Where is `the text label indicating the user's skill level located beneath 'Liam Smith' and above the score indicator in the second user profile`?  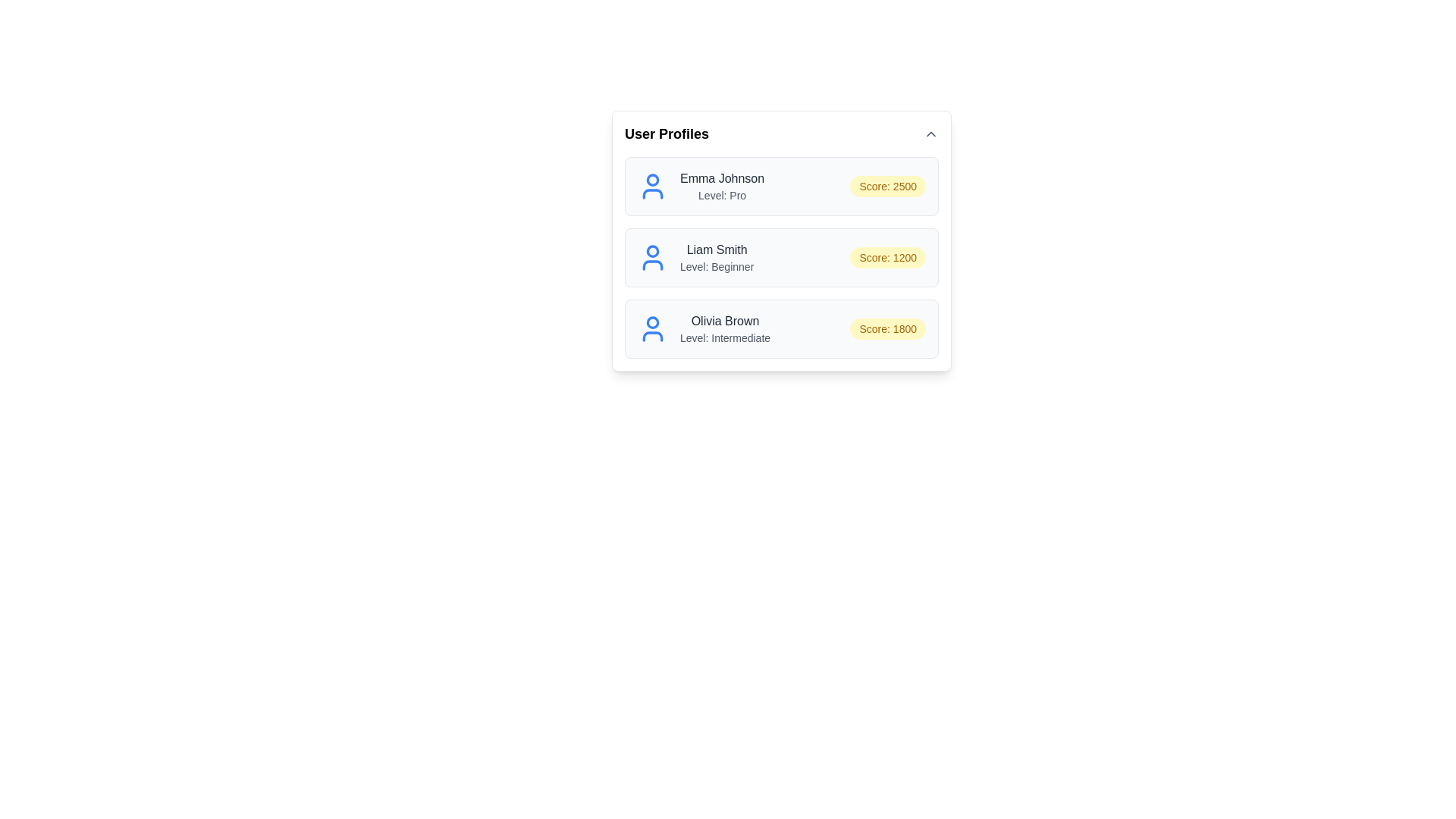 the text label indicating the user's skill level located beneath 'Liam Smith' and above the score indicator in the second user profile is located at coordinates (716, 265).